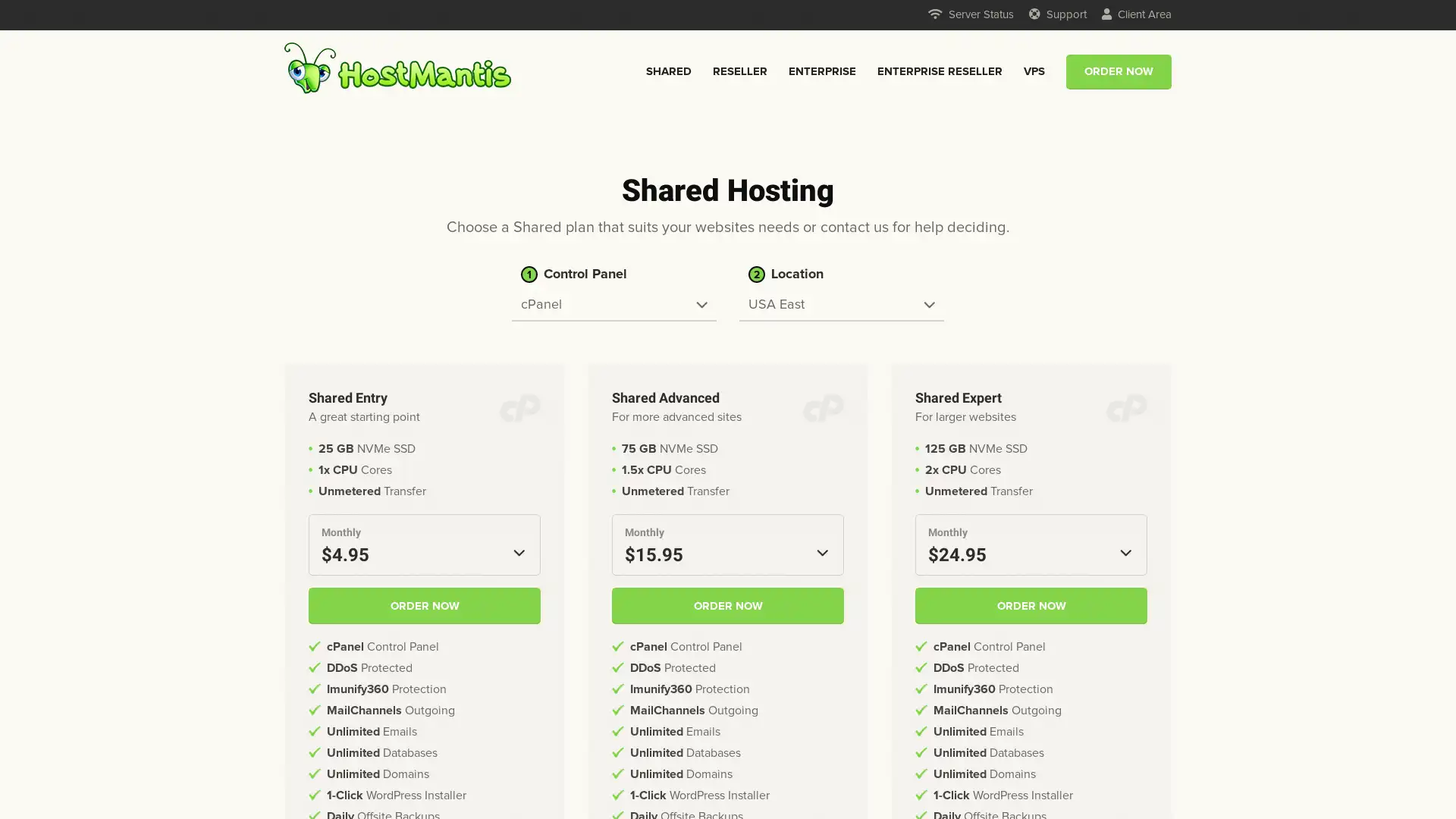  What do you see at coordinates (1031, 544) in the screenshot?
I see `Monthly $24.95` at bounding box center [1031, 544].